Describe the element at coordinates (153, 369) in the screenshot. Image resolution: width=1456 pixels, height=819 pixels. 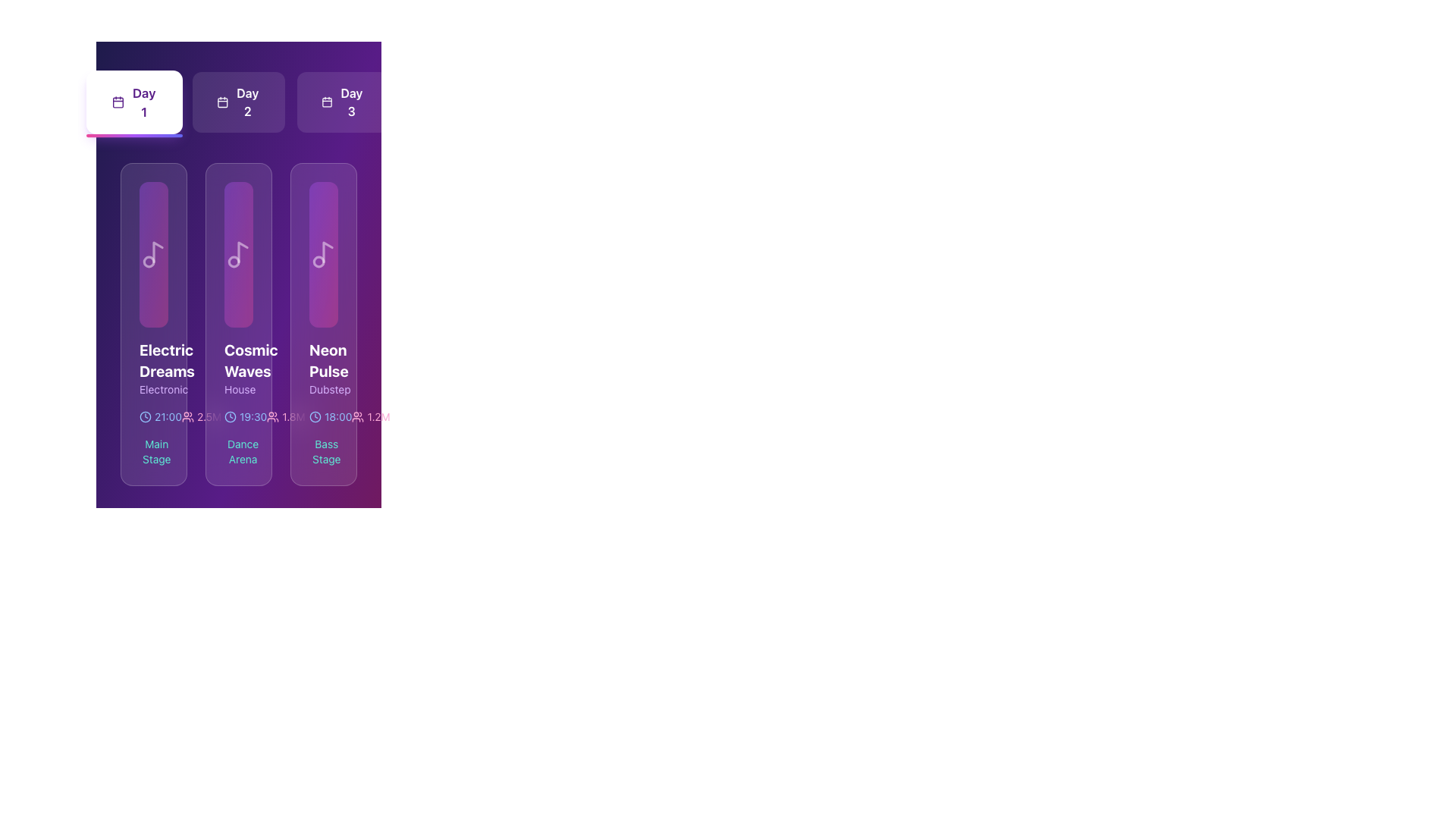
I see `the text label indicating the name of the event and its genre/type in the event schedule section labeled 'Day 1'` at that location.